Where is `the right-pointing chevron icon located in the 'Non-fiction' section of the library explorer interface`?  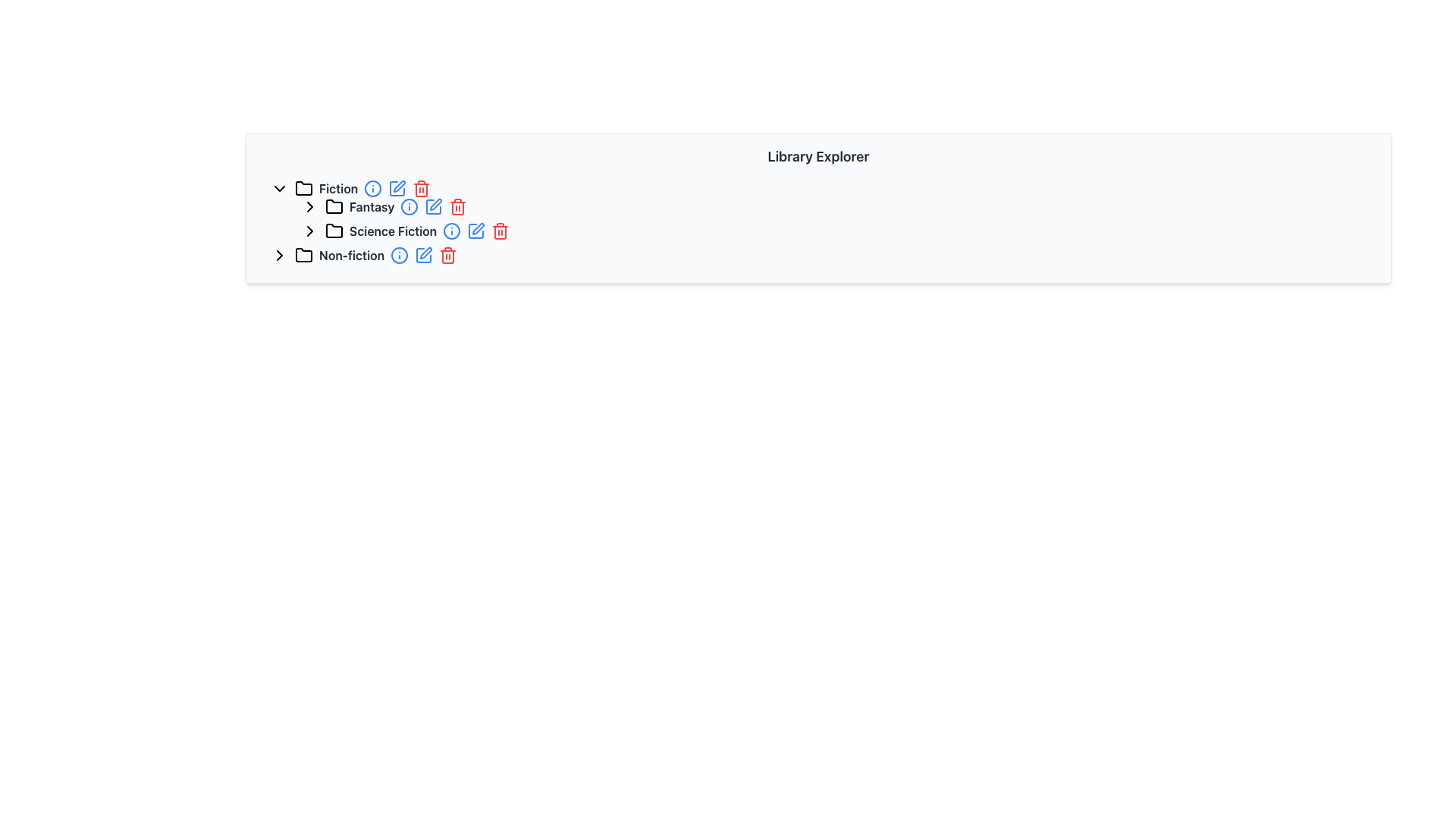 the right-pointing chevron icon located in the 'Non-fiction' section of the library explorer interface is located at coordinates (280, 254).